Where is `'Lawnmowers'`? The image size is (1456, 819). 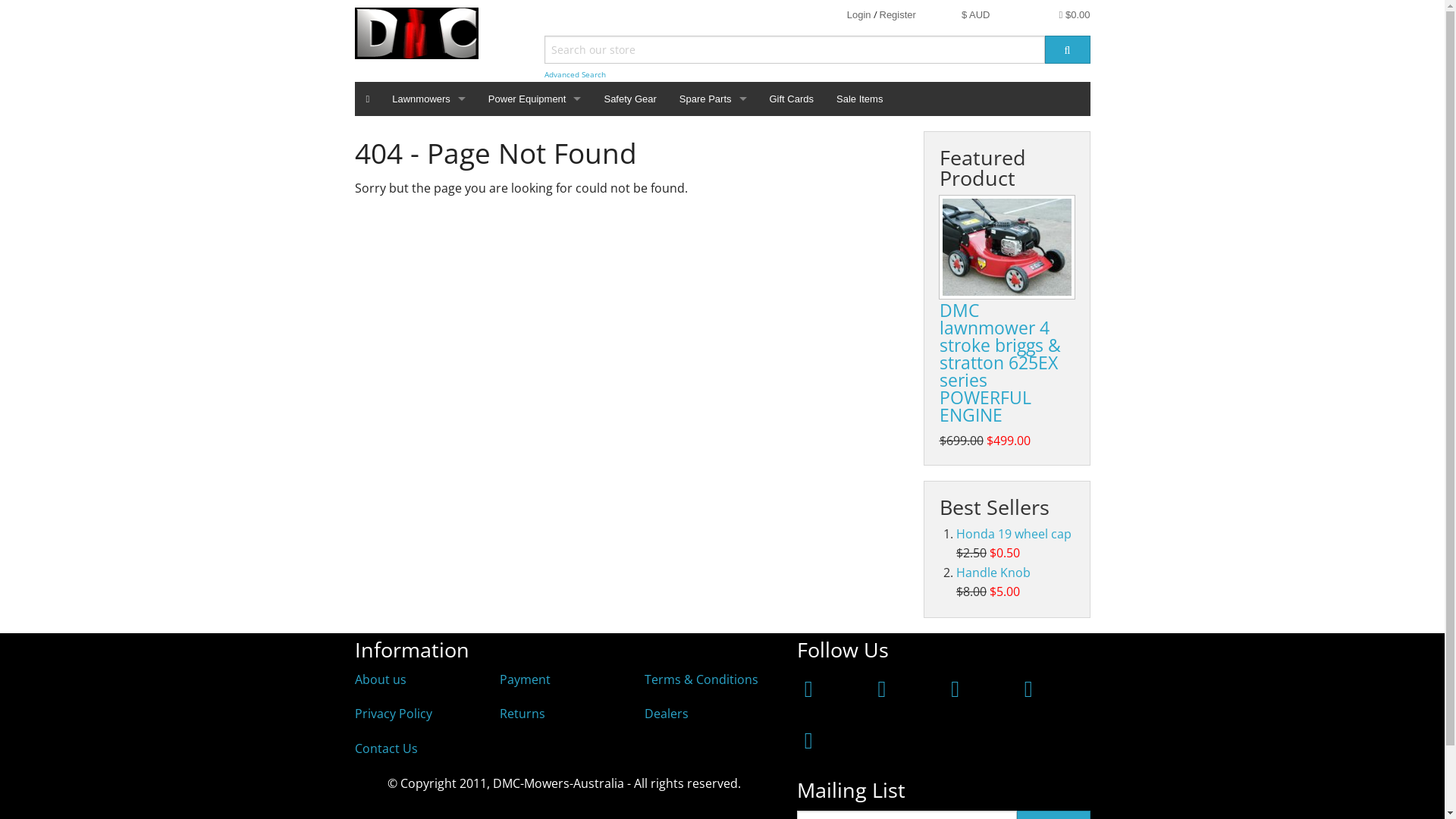 'Lawnmowers' is located at coordinates (428, 99).